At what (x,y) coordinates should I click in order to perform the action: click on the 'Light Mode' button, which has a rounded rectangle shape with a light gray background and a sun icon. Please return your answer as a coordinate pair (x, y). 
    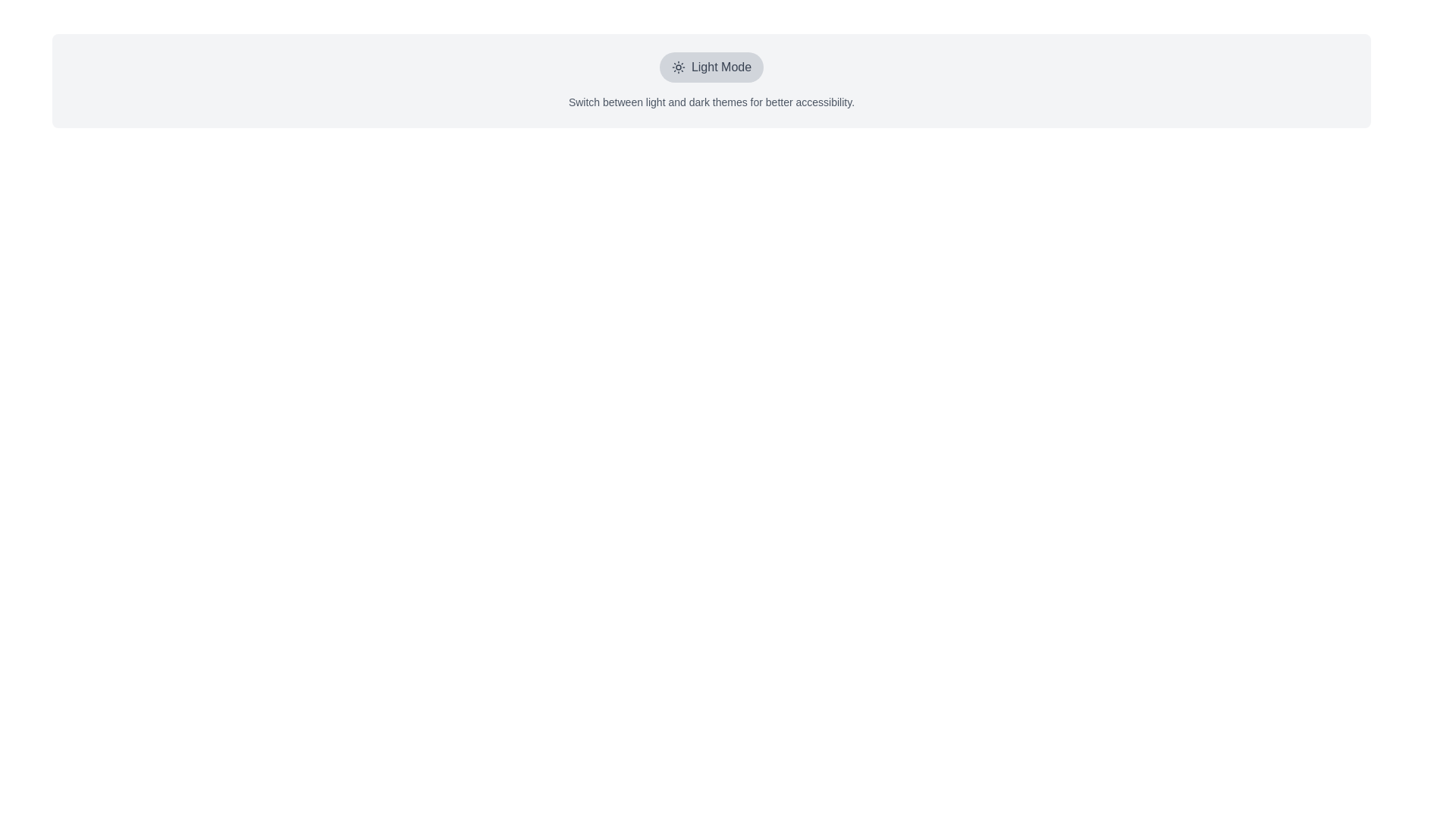
    Looking at the image, I should click on (710, 66).